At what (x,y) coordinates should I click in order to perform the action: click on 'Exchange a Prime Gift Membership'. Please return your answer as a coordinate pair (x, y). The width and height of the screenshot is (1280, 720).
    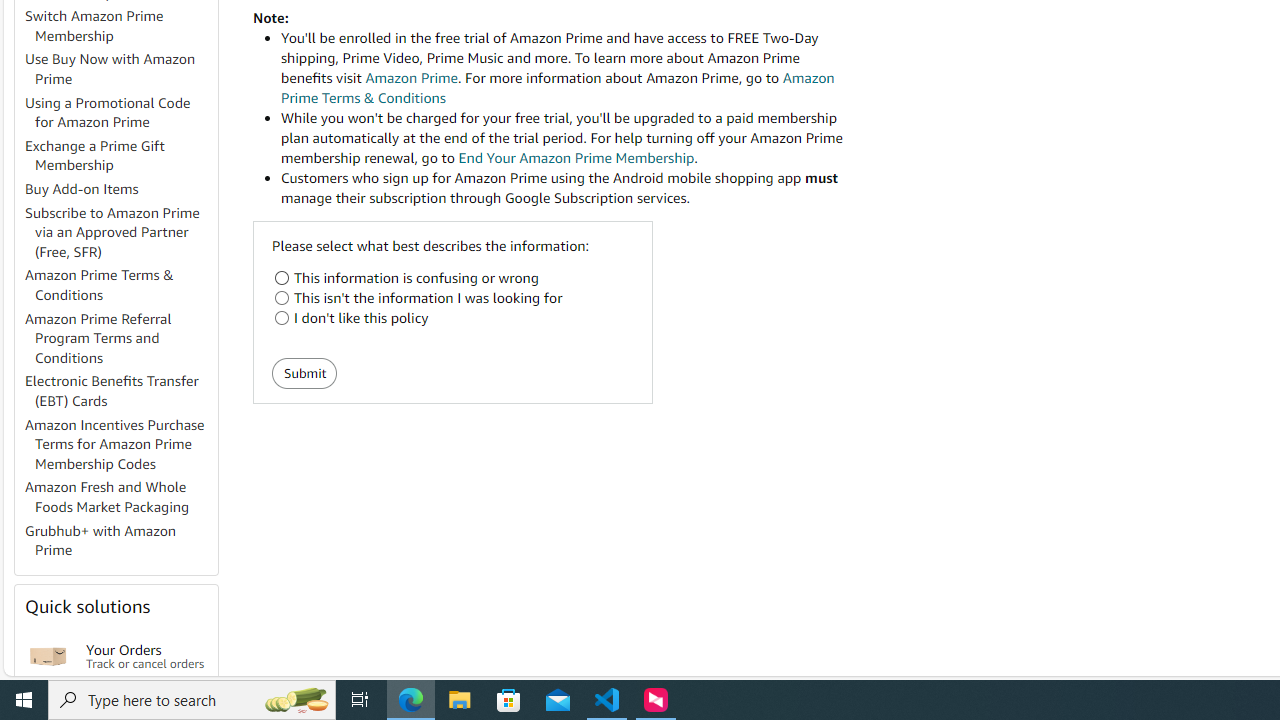
    Looking at the image, I should click on (119, 155).